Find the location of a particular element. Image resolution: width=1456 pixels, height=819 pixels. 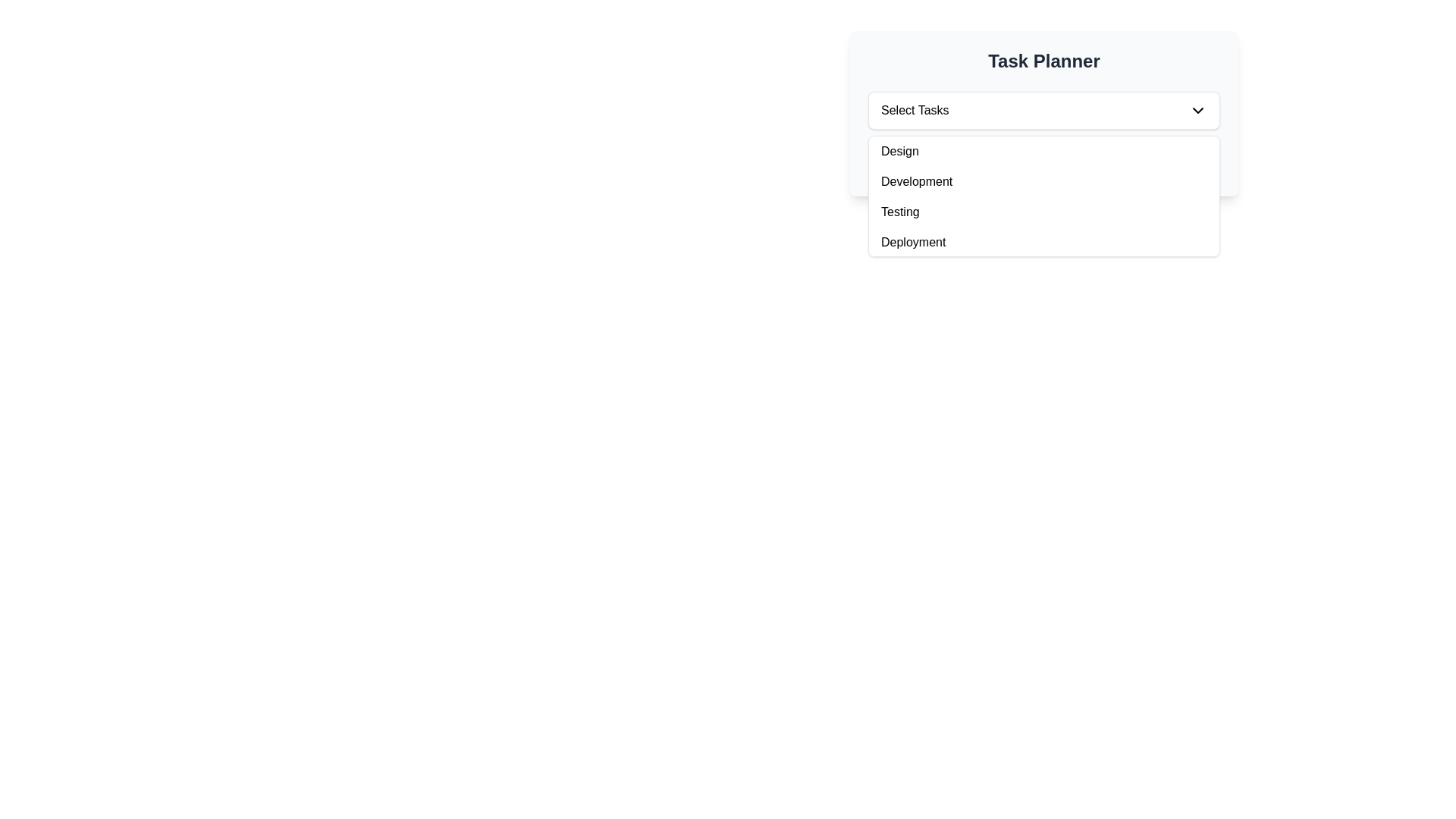

the option labeled 'Testing' within the dropdown menu, which is the third item in the list used for selecting a task is located at coordinates (1043, 212).